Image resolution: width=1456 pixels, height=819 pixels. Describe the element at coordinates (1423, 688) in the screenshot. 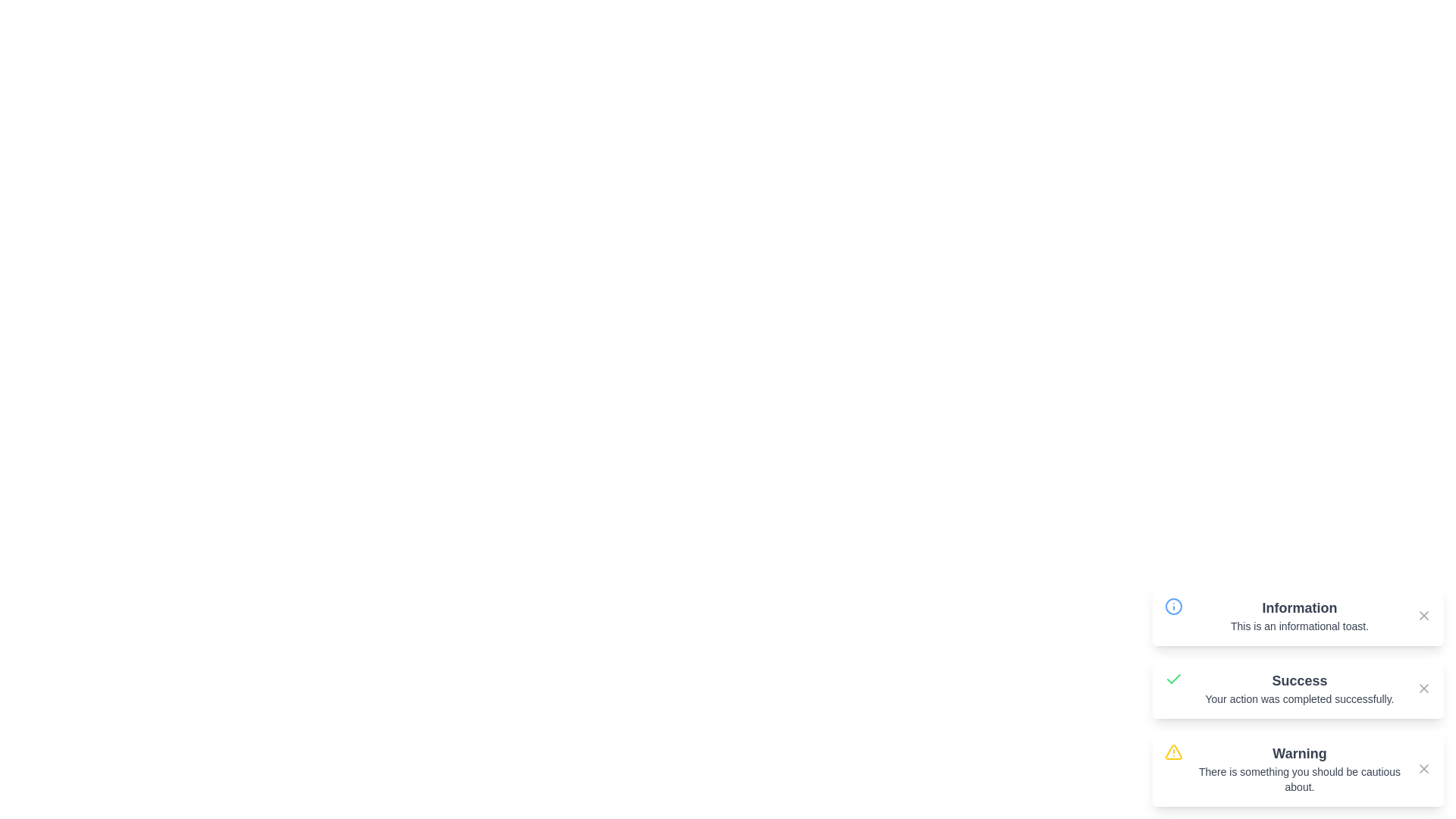

I see `the close button located at the top-right corner of the 'Success' notification panel` at that location.